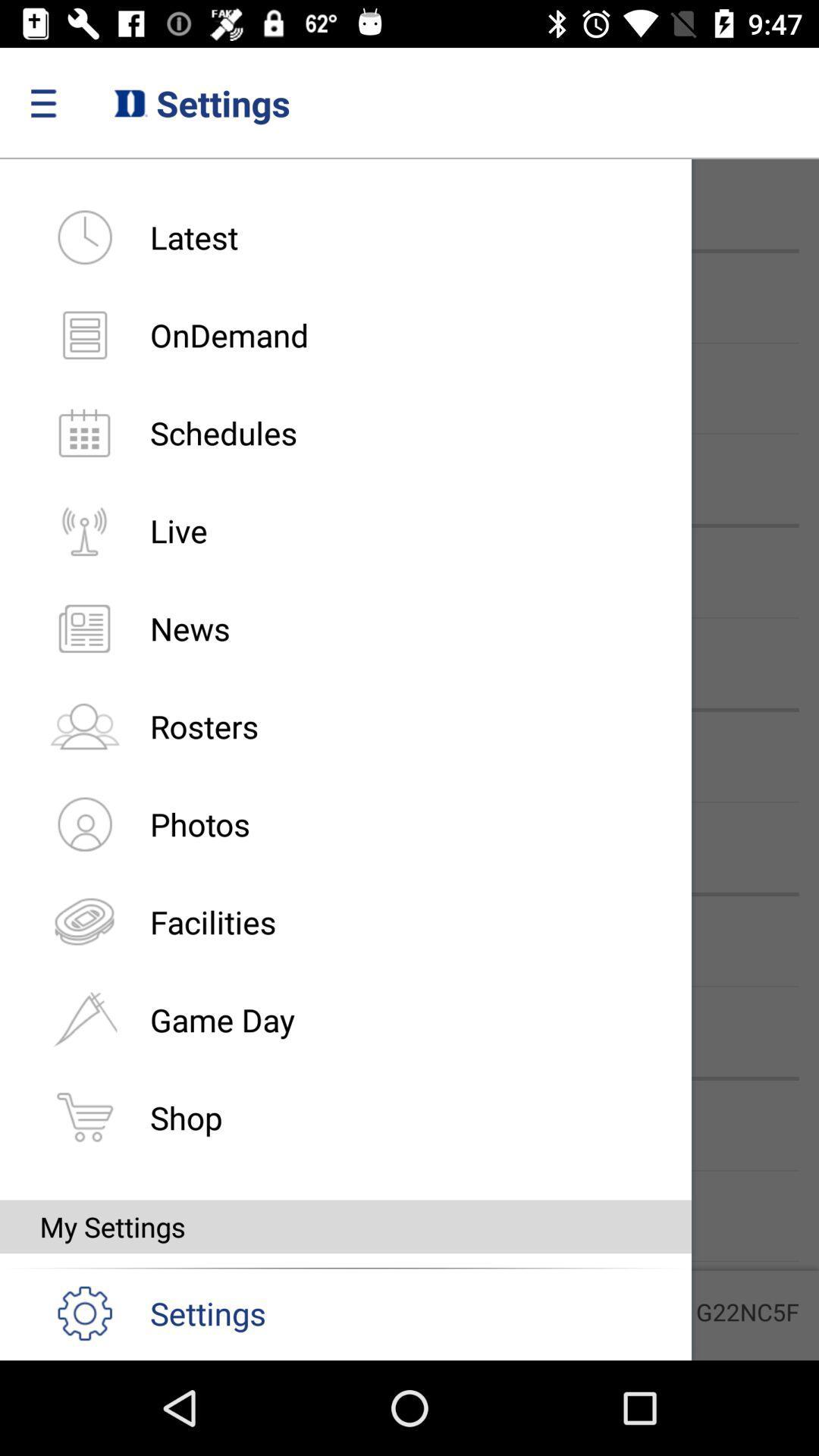 This screenshot has width=819, height=1456. I want to click on flag symbol which is on the left of game day, so click(84, 1019).